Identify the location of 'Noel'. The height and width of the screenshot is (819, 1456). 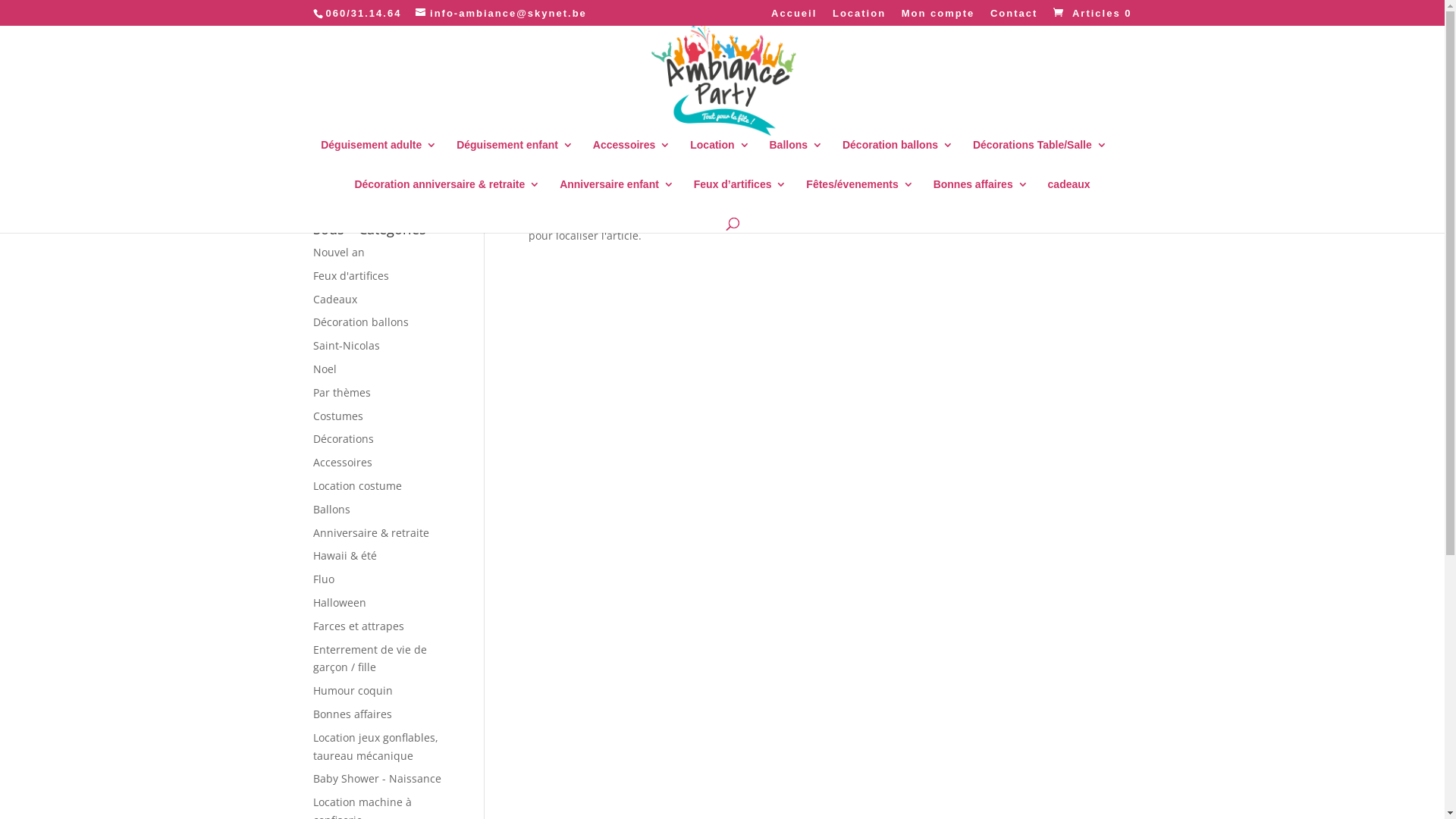
(323, 369).